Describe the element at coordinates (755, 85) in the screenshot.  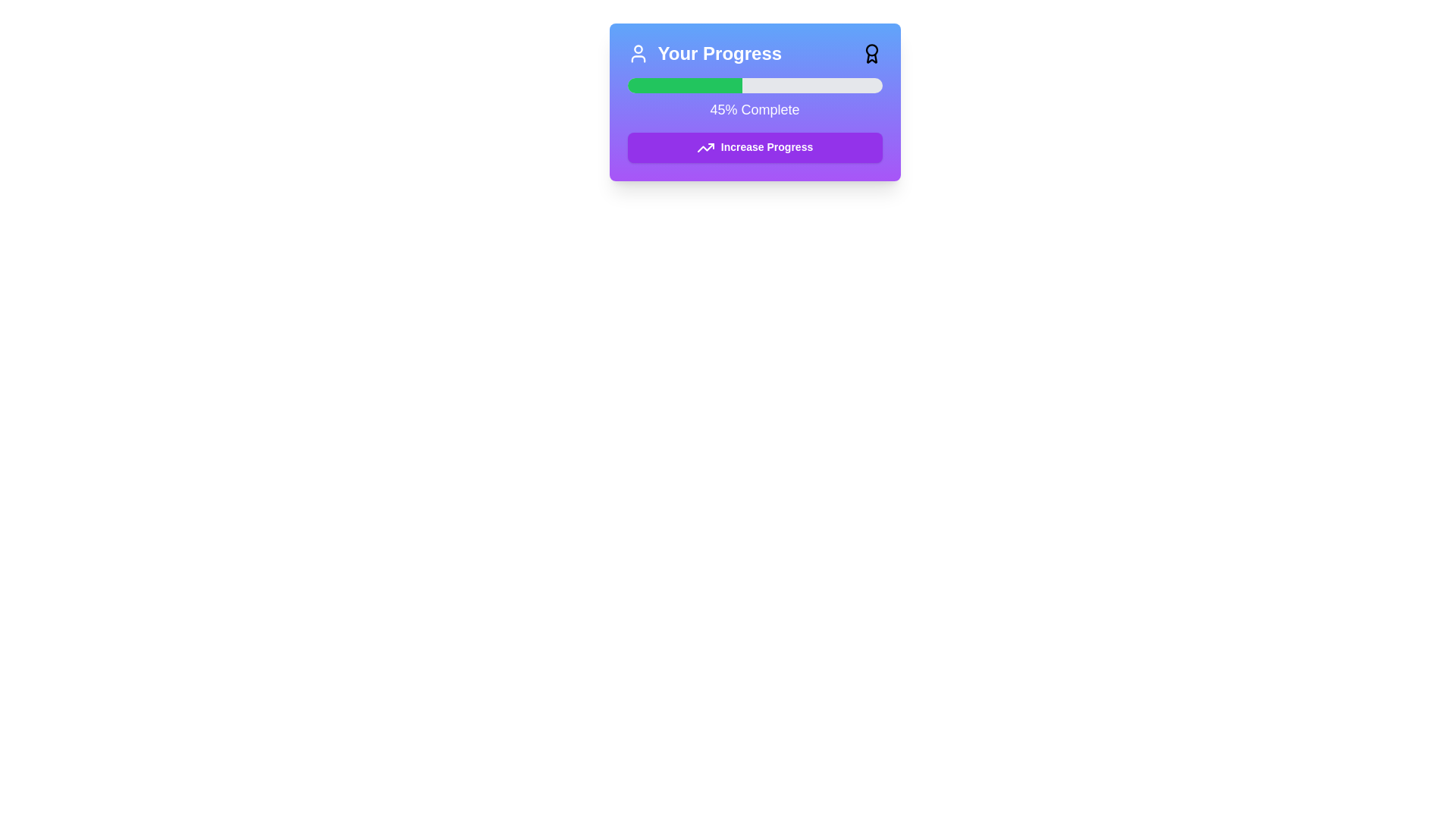
I see `the Progress Bar indicating 45% completion, located below the title 'Your Progress' and above the '45% Complete' text label` at that location.